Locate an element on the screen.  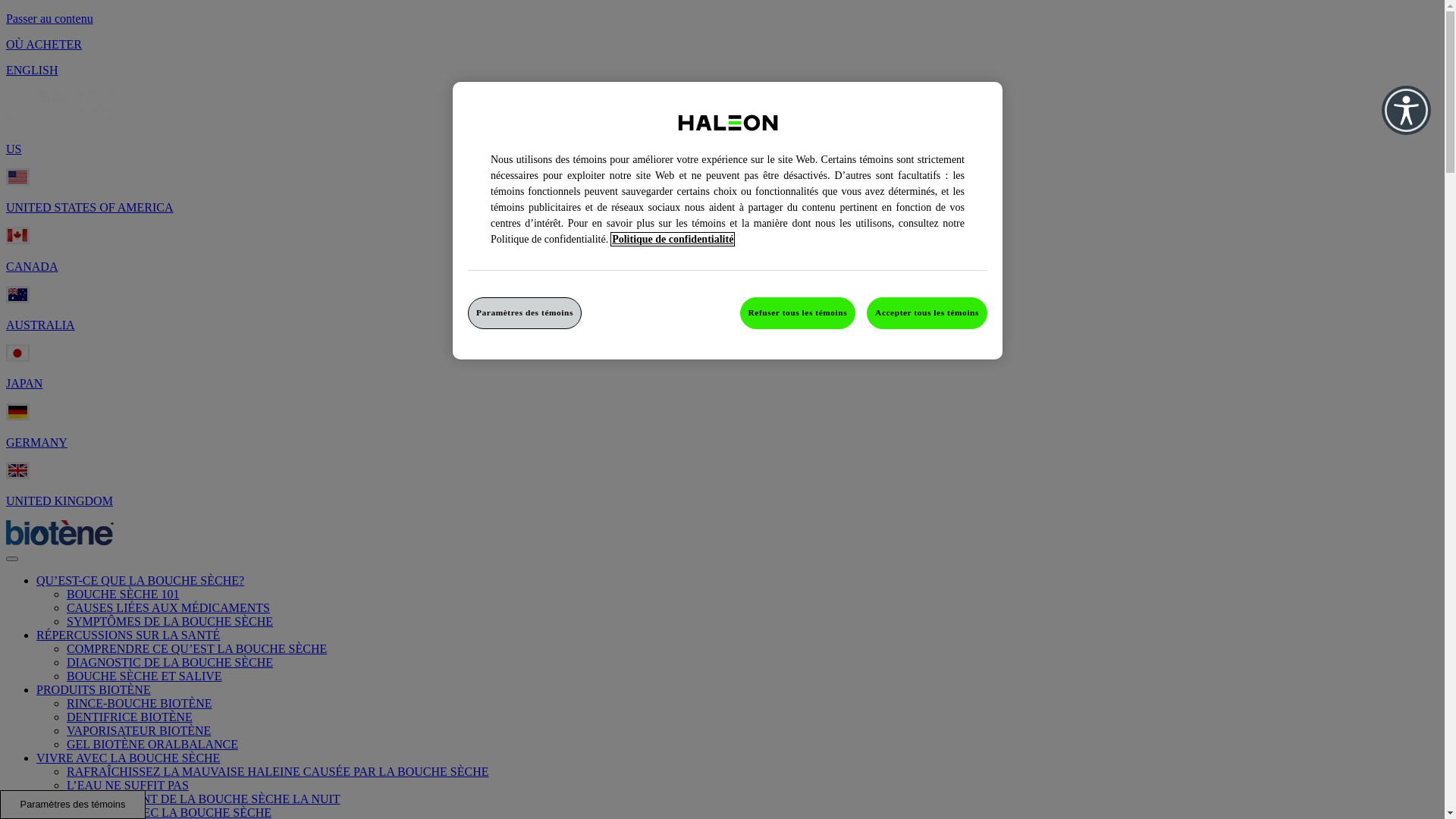
'Japan Flag' is located at coordinates (17, 353).